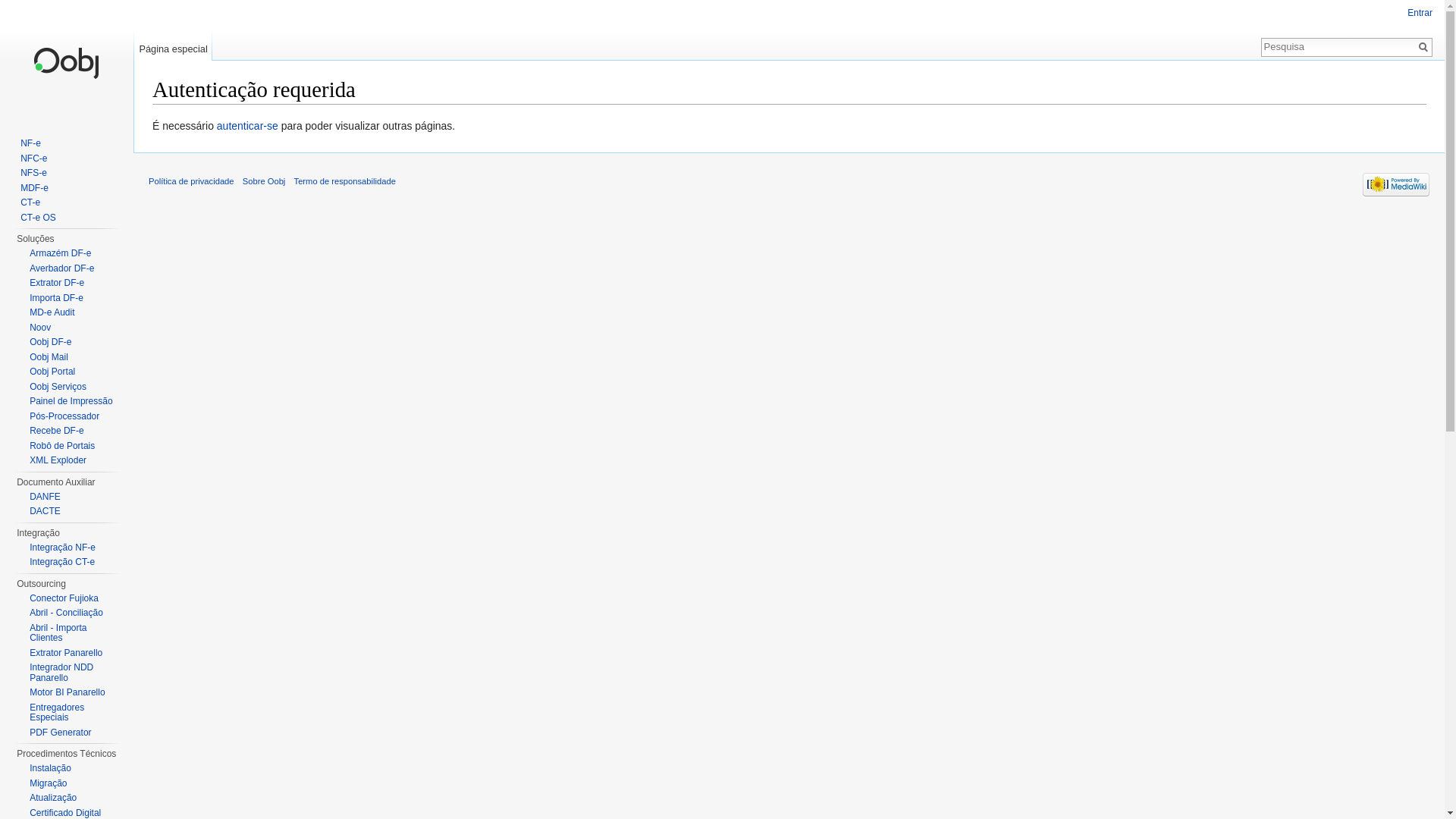 The width and height of the screenshot is (1456, 819). Describe the element at coordinates (20, 201) in the screenshot. I see `'CT-e'` at that location.